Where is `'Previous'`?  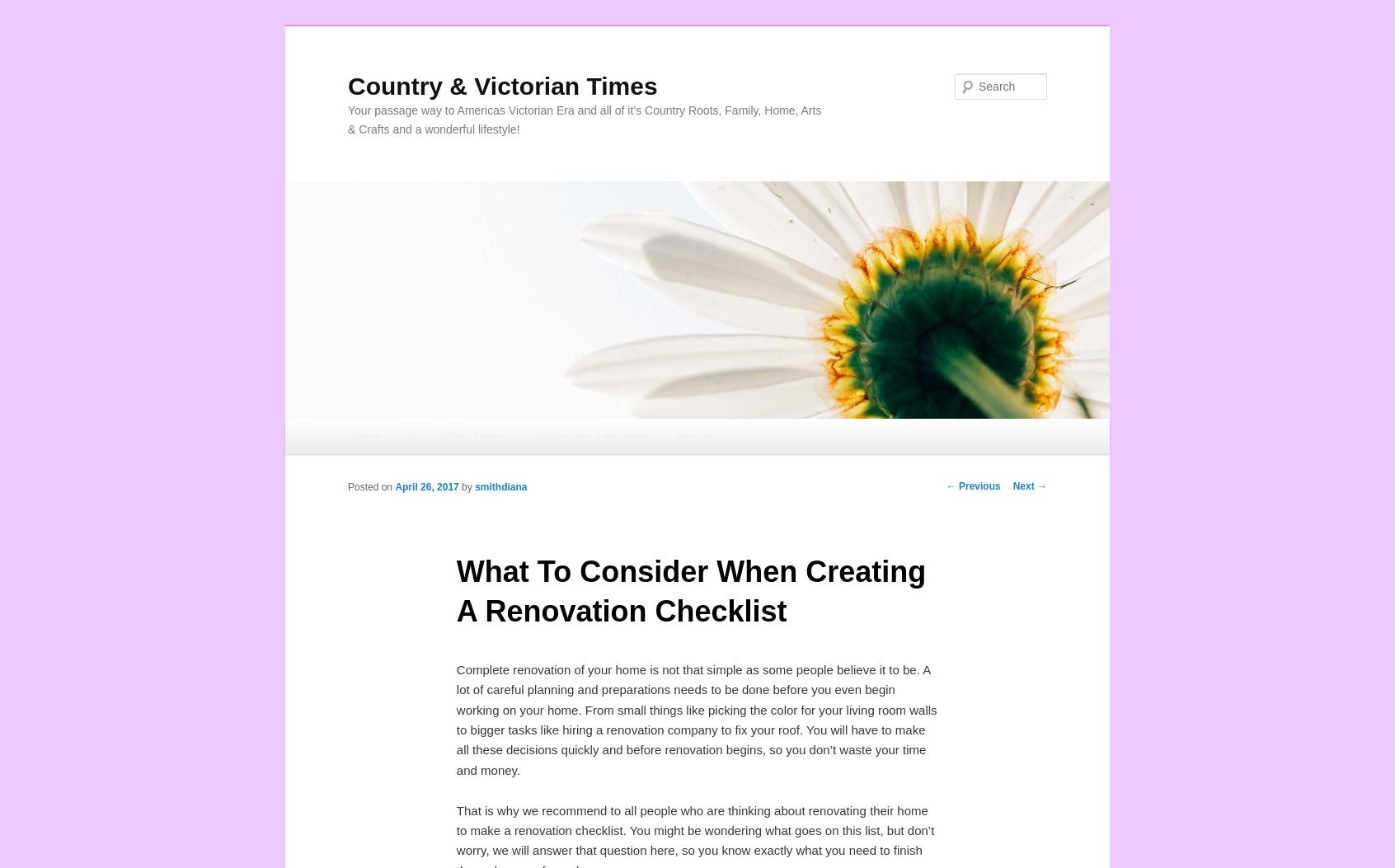 'Previous' is located at coordinates (976, 486).